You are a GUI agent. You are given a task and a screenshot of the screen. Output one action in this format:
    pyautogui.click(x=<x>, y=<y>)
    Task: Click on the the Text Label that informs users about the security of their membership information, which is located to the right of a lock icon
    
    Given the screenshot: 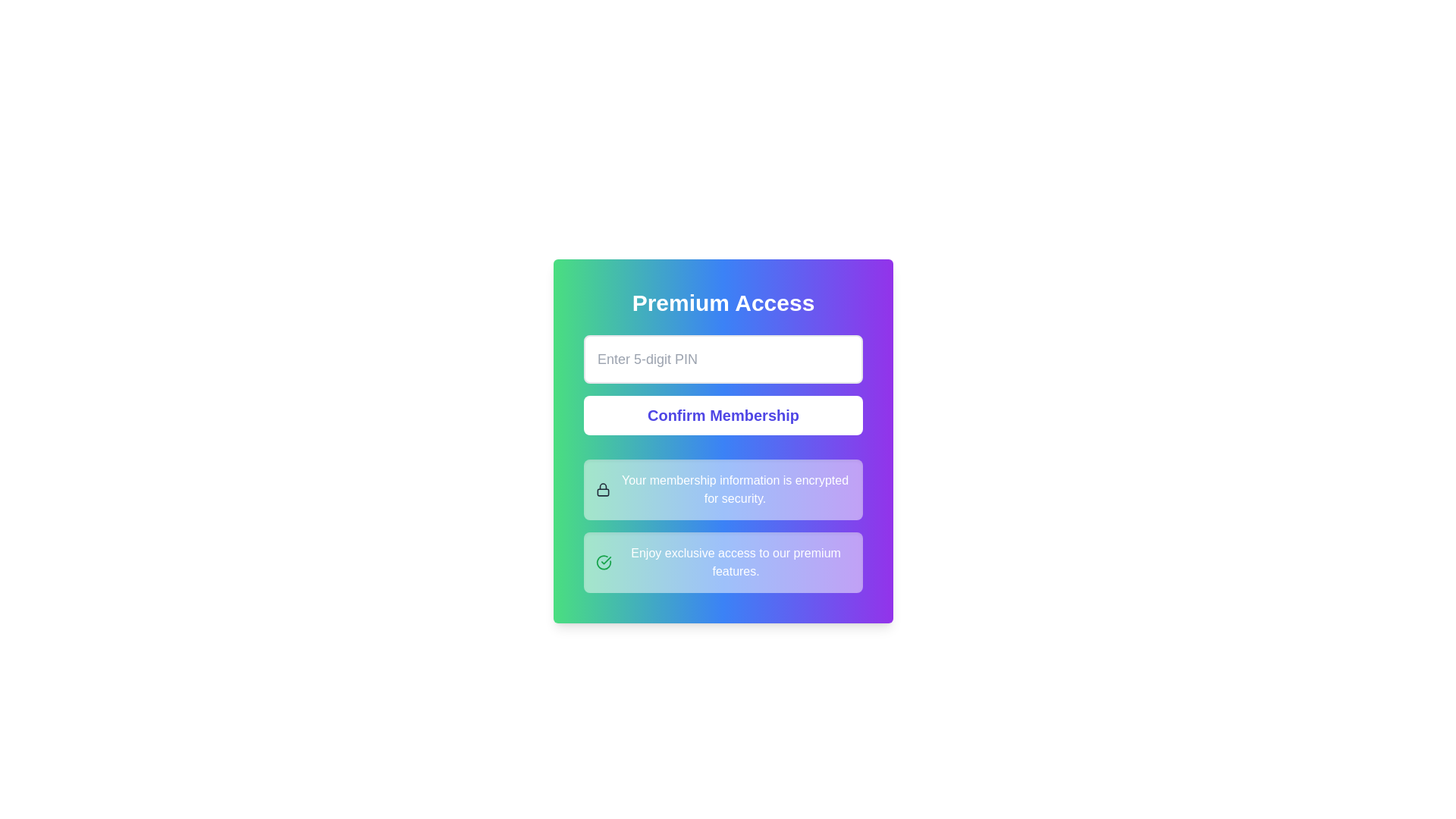 What is the action you would take?
    pyautogui.click(x=735, y=489)
    